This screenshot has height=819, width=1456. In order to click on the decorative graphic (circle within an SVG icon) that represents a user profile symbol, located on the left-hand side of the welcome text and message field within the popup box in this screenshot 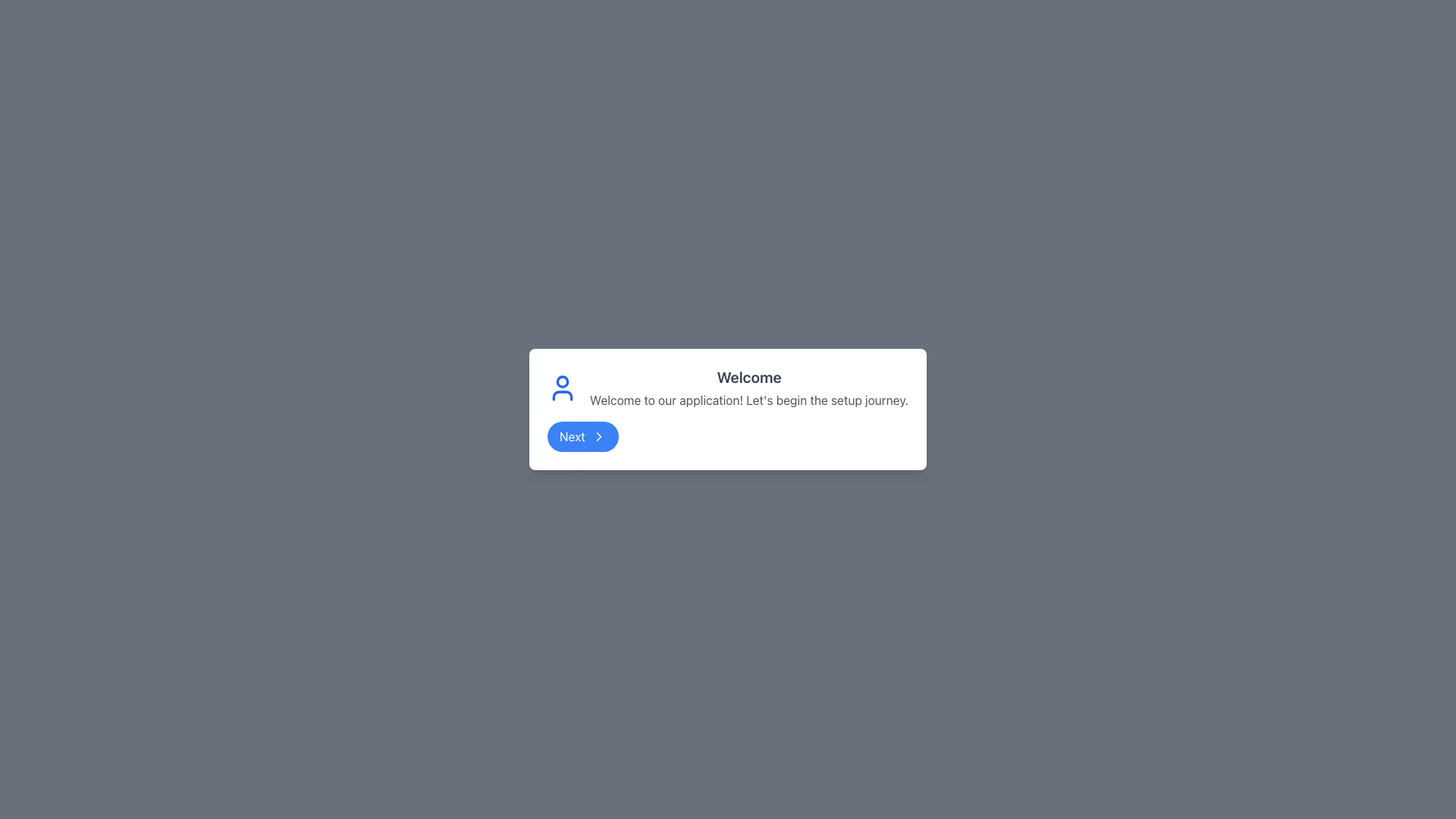, I will do `click(561, 381)`.